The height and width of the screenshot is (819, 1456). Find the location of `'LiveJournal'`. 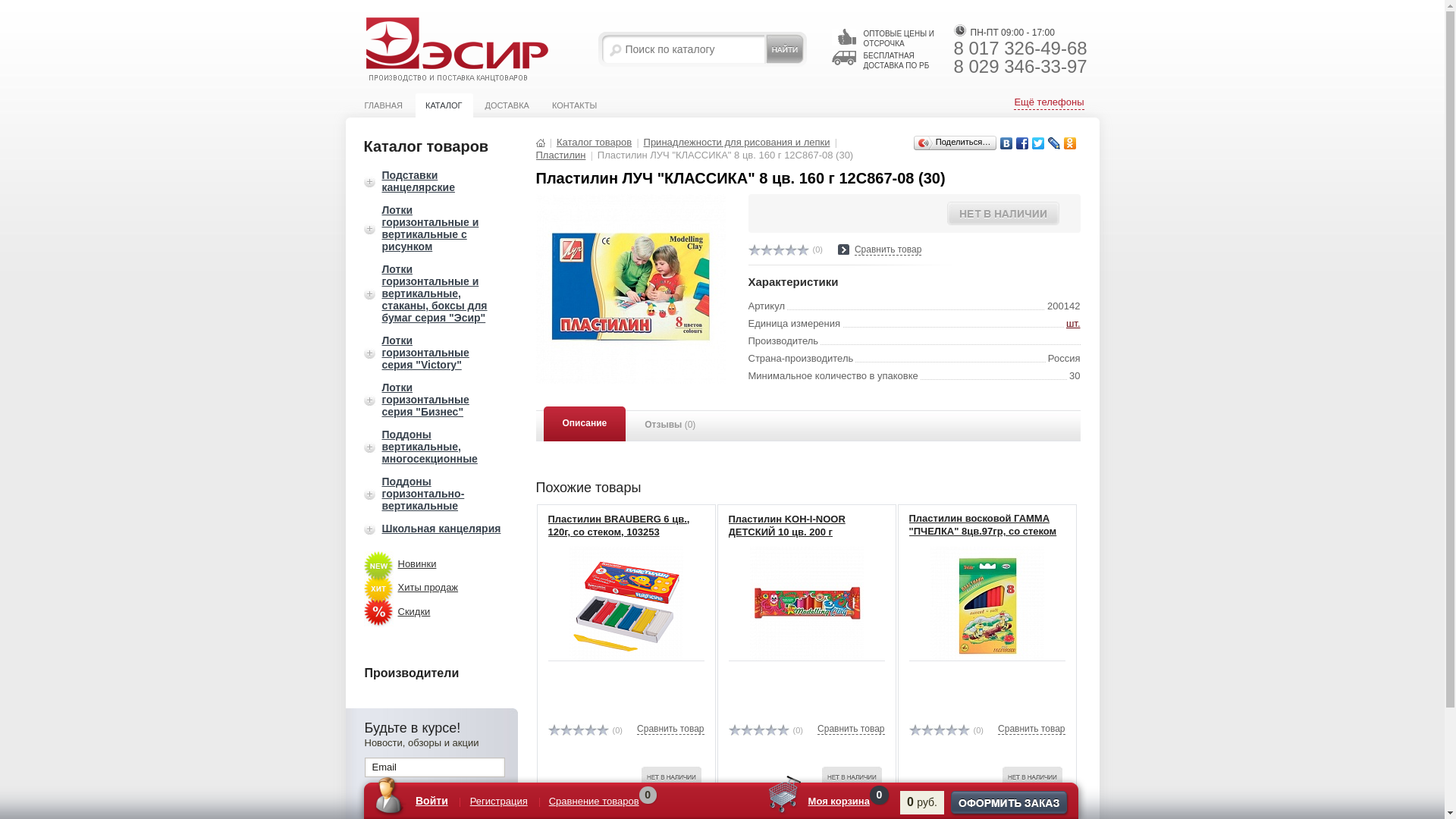

'LiveJournal' is located at coordinates (1053, 143).